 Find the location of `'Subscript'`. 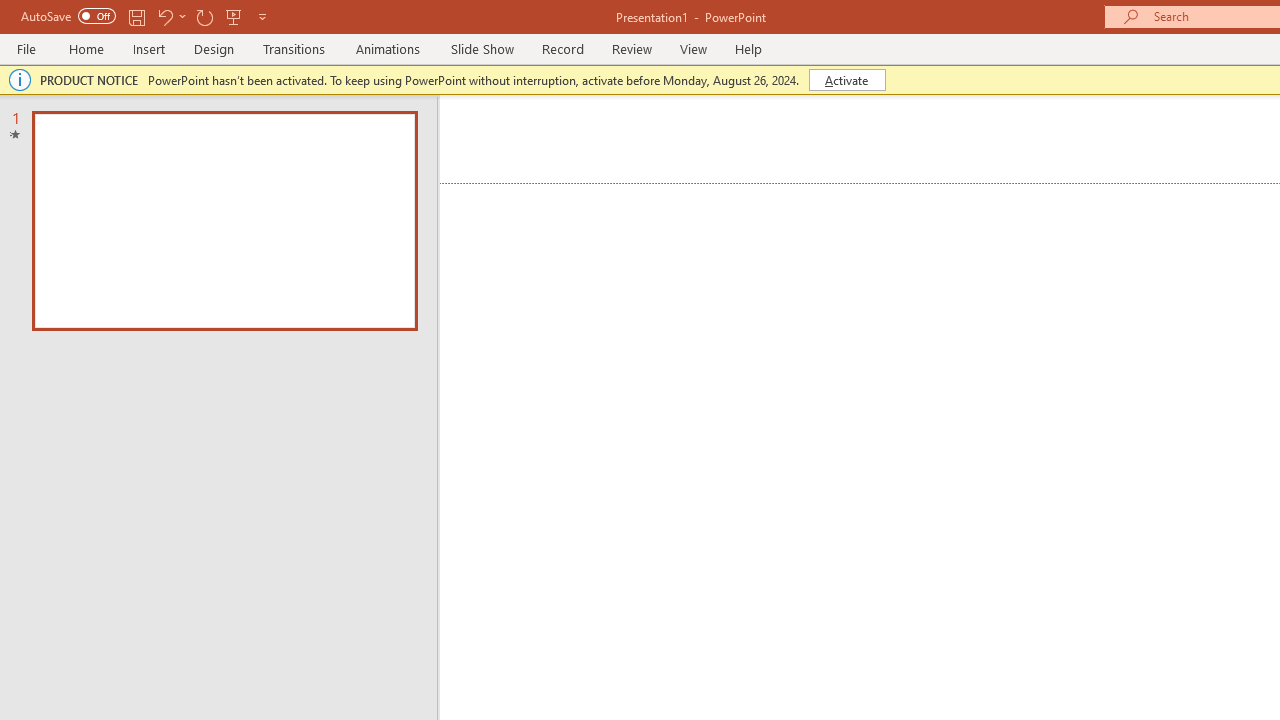

'Subscript' is located at coordinates (350, 181).